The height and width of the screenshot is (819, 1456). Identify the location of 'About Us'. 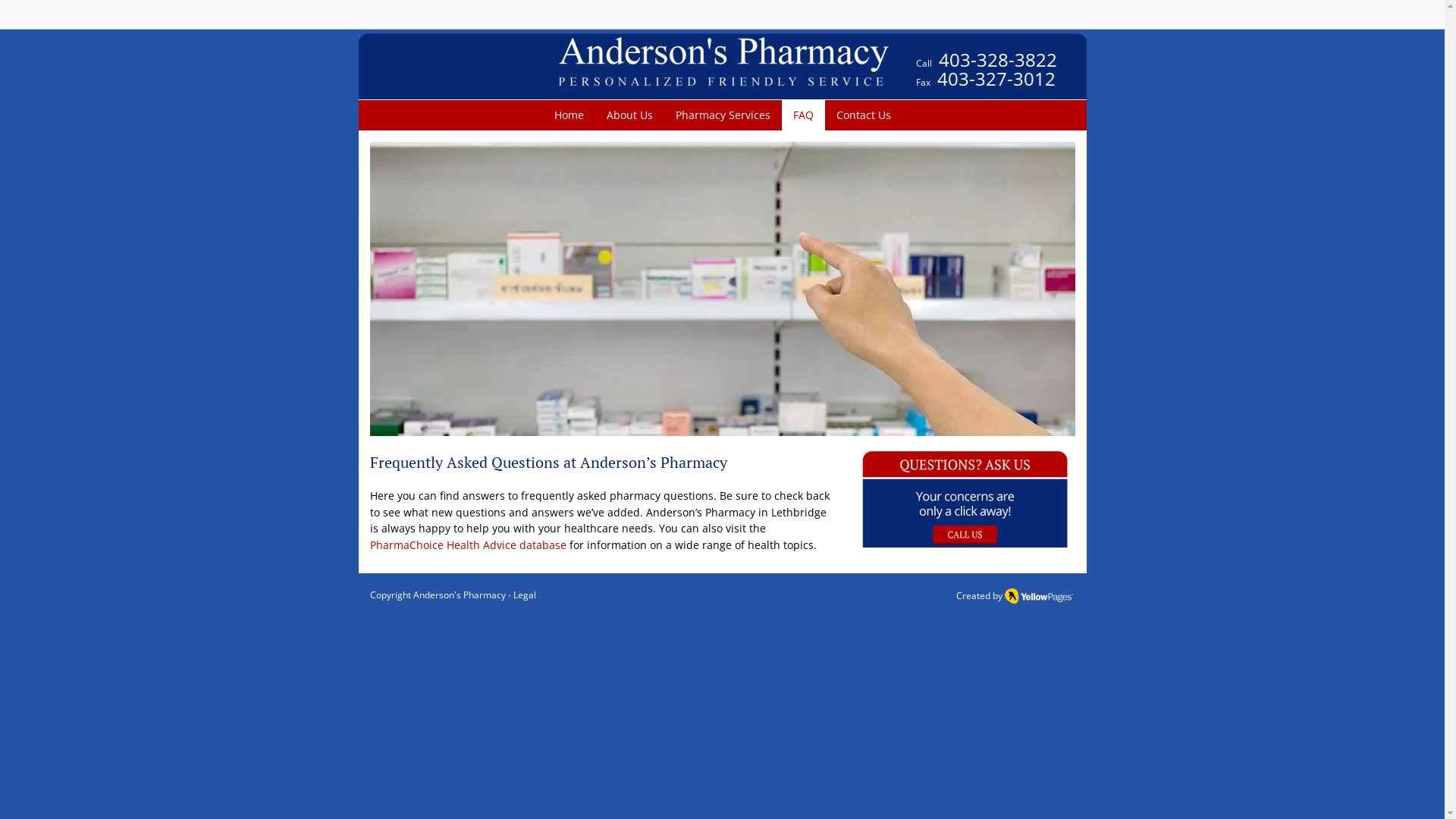
(629, 114).